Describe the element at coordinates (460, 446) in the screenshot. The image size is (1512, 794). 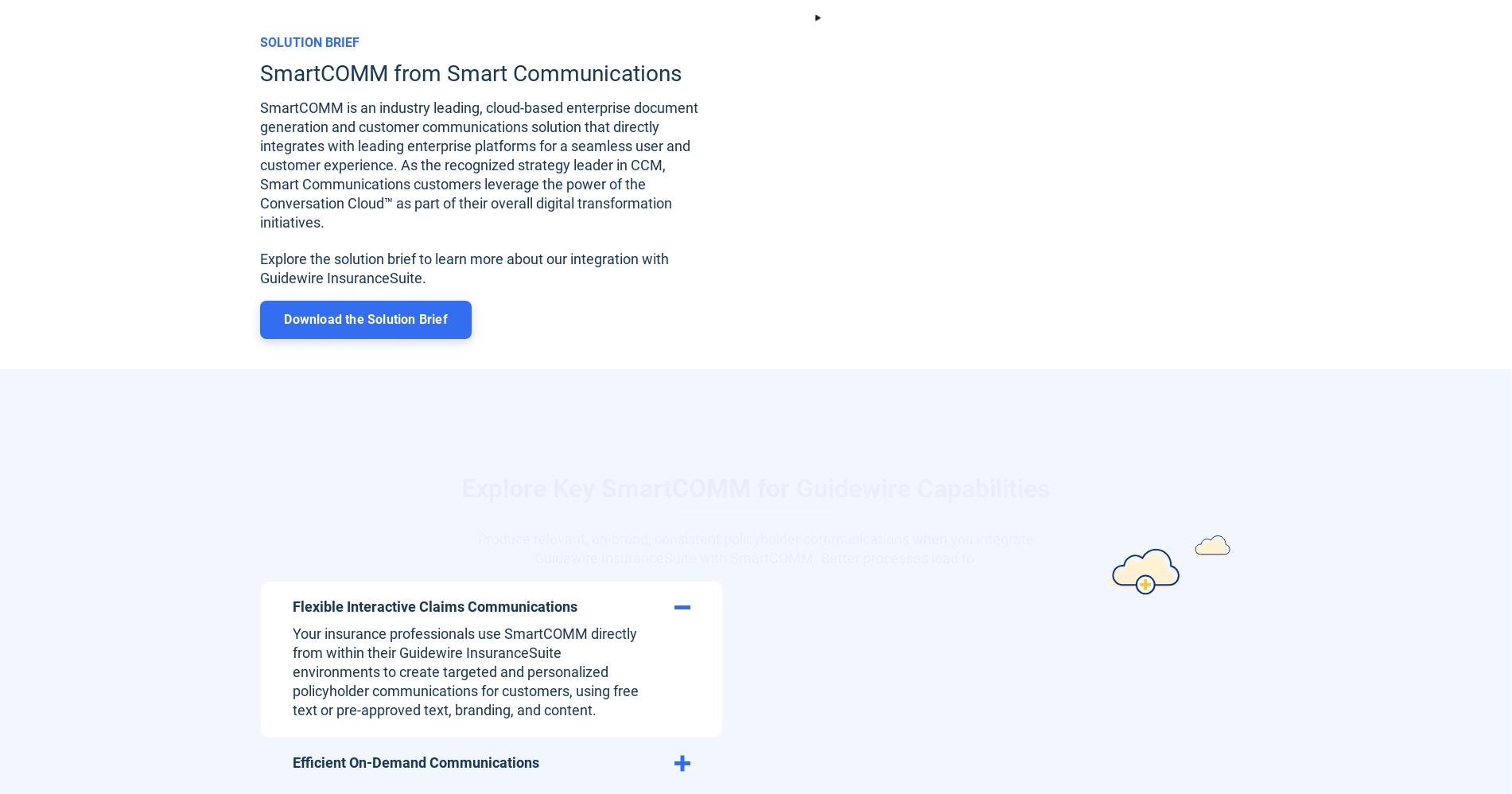
I see `'Explore Key SmartCOMM for Guidewire Capabilities'` at that location.